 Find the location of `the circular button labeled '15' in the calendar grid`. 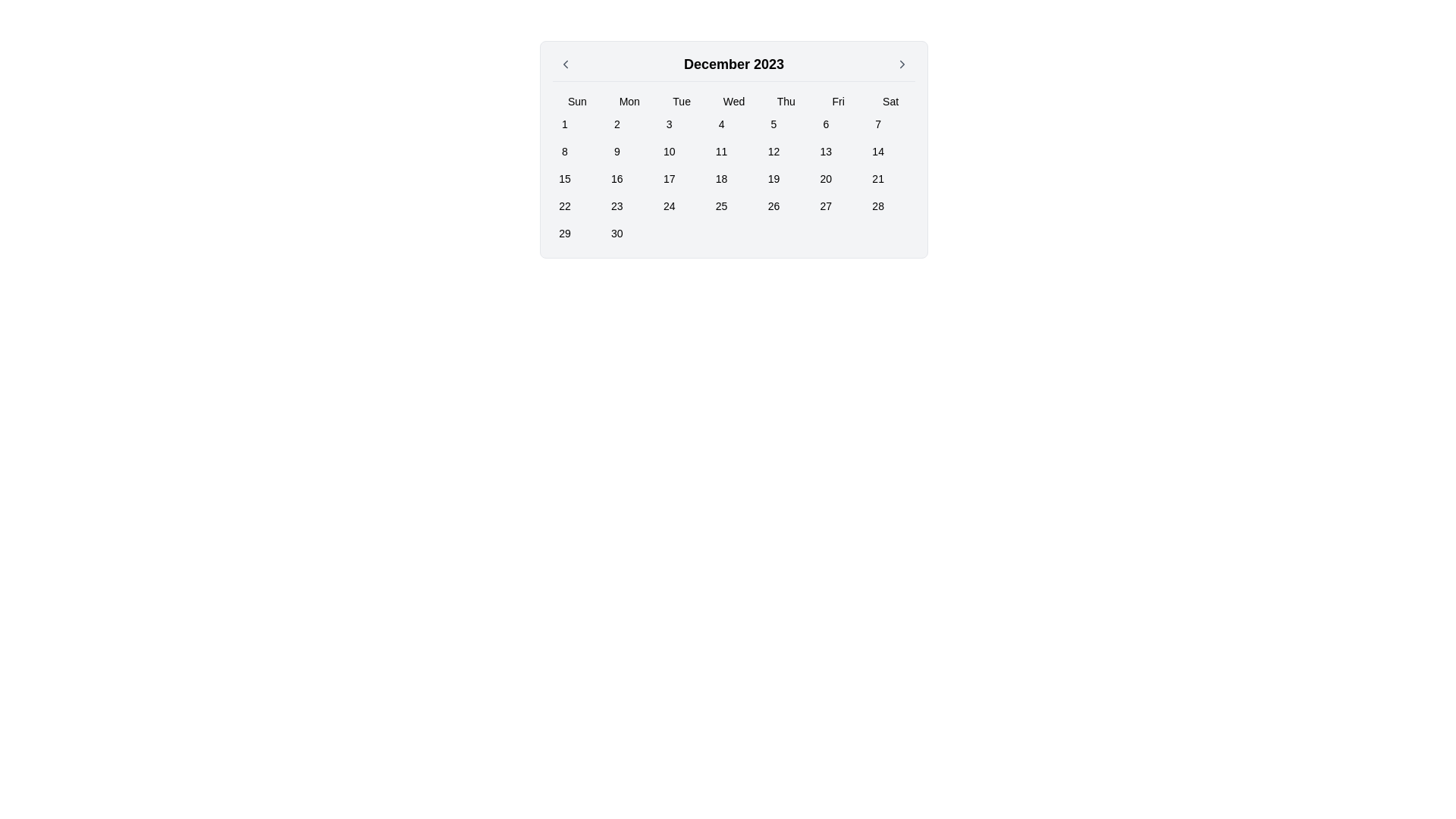

the circular button labeled '15' in the calendar grid is located at coordinates (563, 177).